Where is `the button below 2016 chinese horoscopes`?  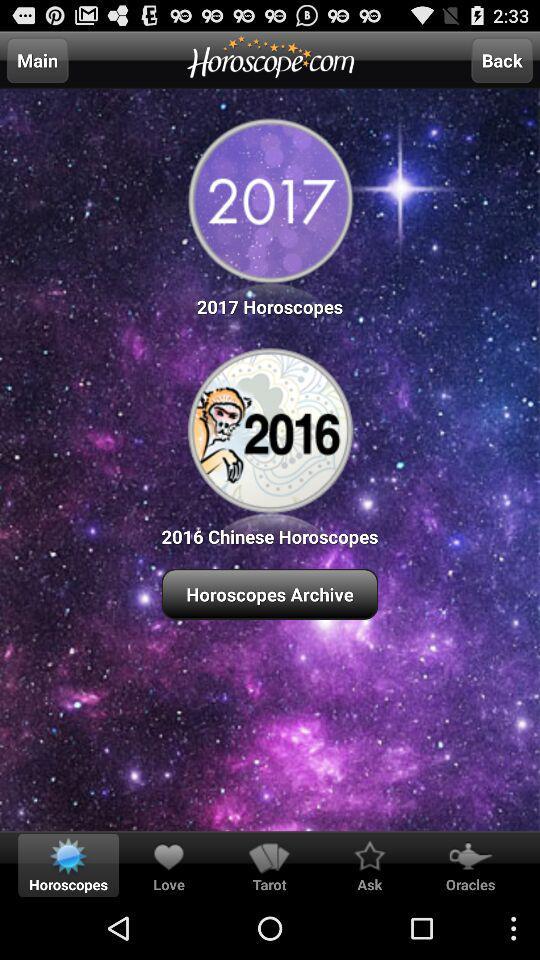 the button below 2016 chinese horoscopes is located at coordinates (270, 594).